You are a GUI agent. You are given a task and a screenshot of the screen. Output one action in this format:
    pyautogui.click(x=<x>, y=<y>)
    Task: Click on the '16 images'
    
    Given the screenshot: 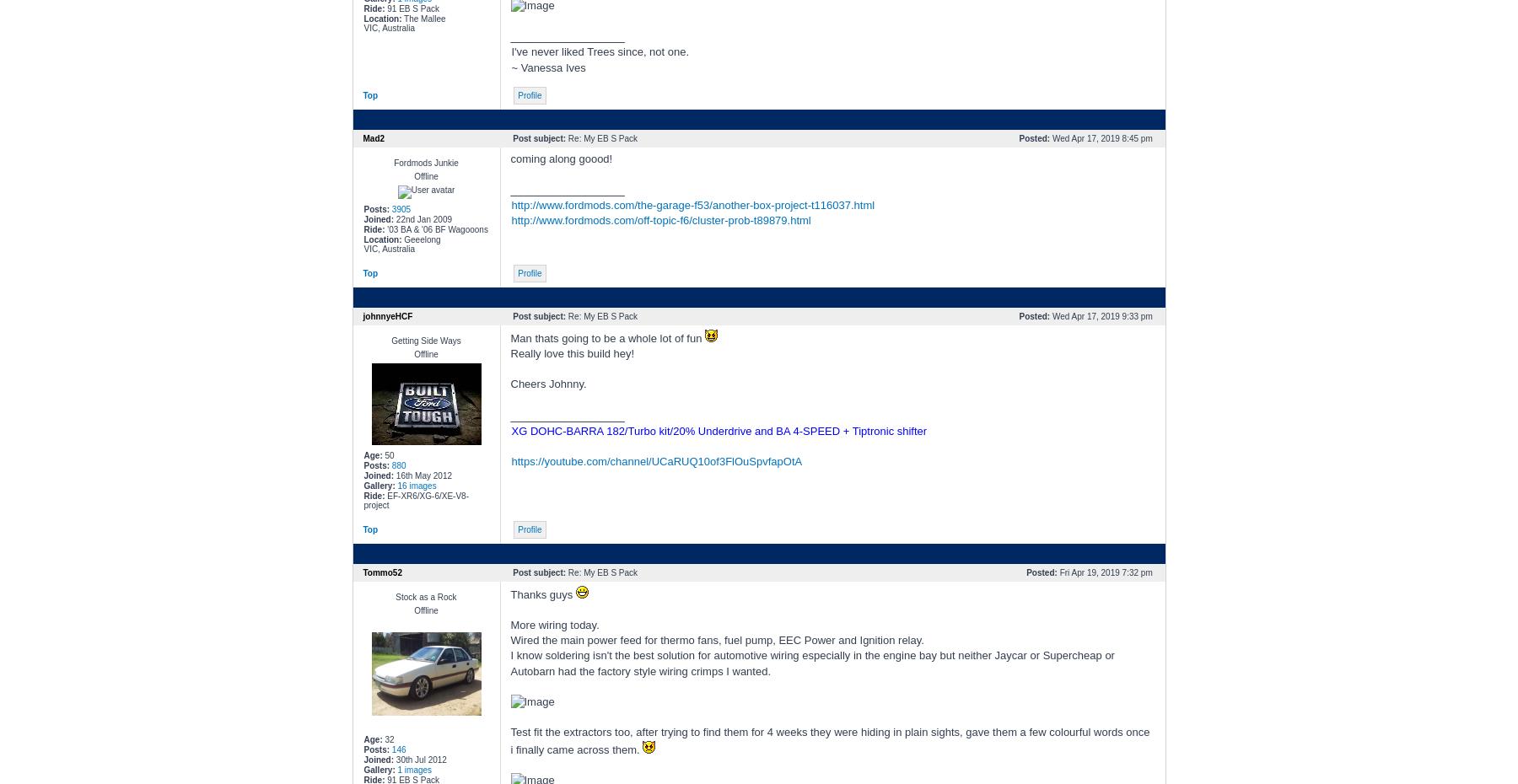 What is the action you would take?
    pyautogui.click(x=415, y=485)
    